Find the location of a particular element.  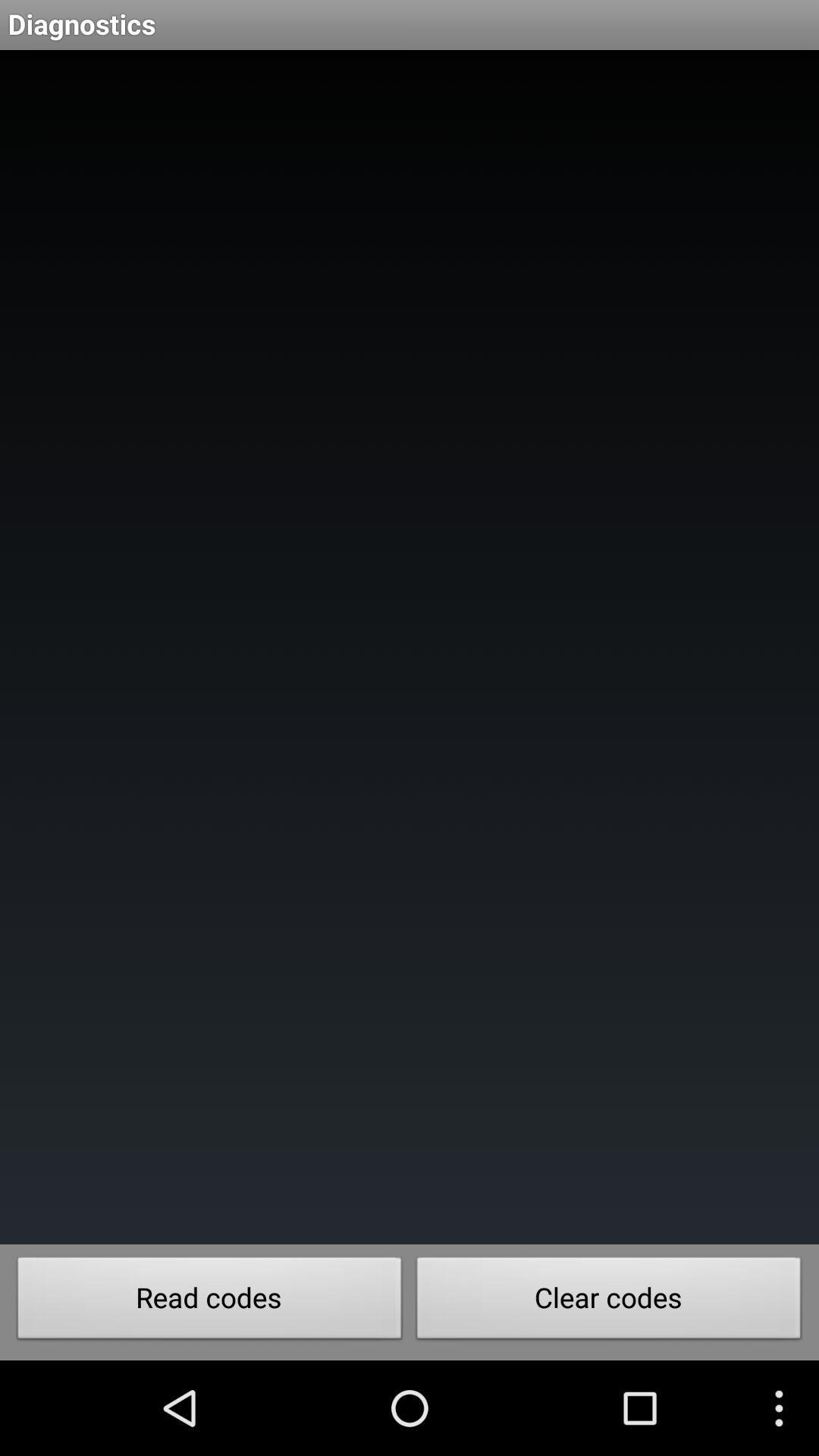

the clear codes is located at coordinates (608, 1301).